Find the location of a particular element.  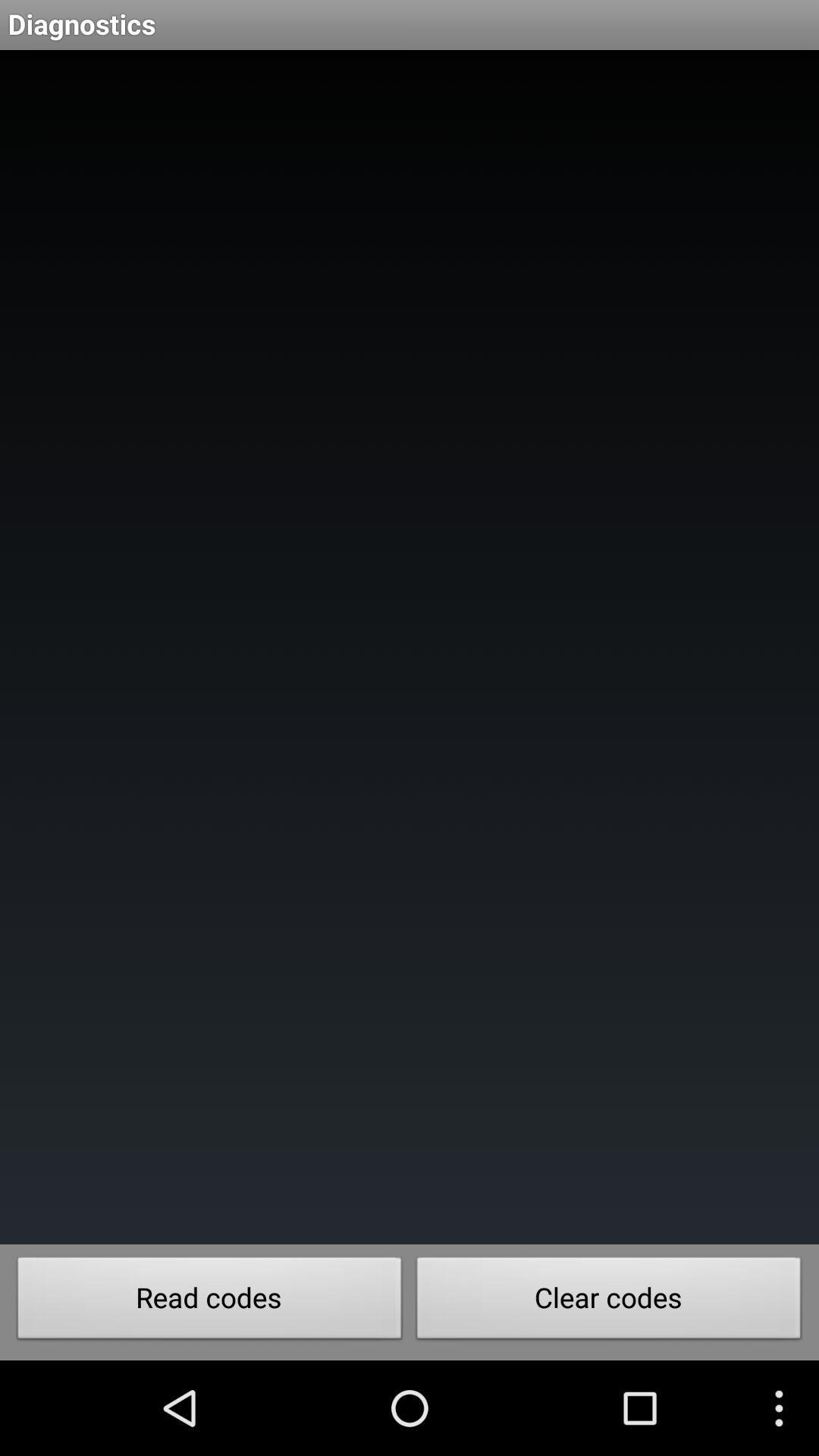

the clear codes is located at coordinates (608, 1301).